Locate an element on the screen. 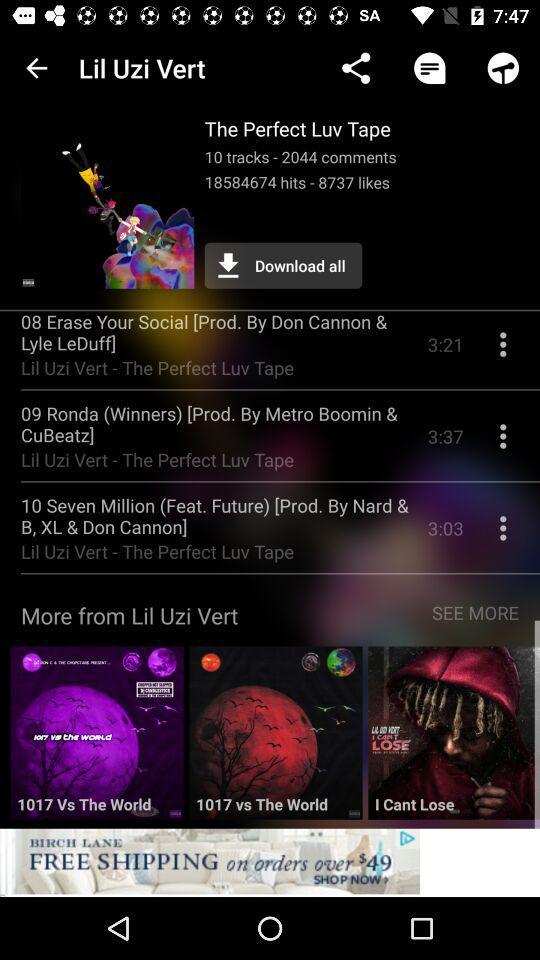 The image size is (540, 960). show video options is located at coordinates (502, 352).